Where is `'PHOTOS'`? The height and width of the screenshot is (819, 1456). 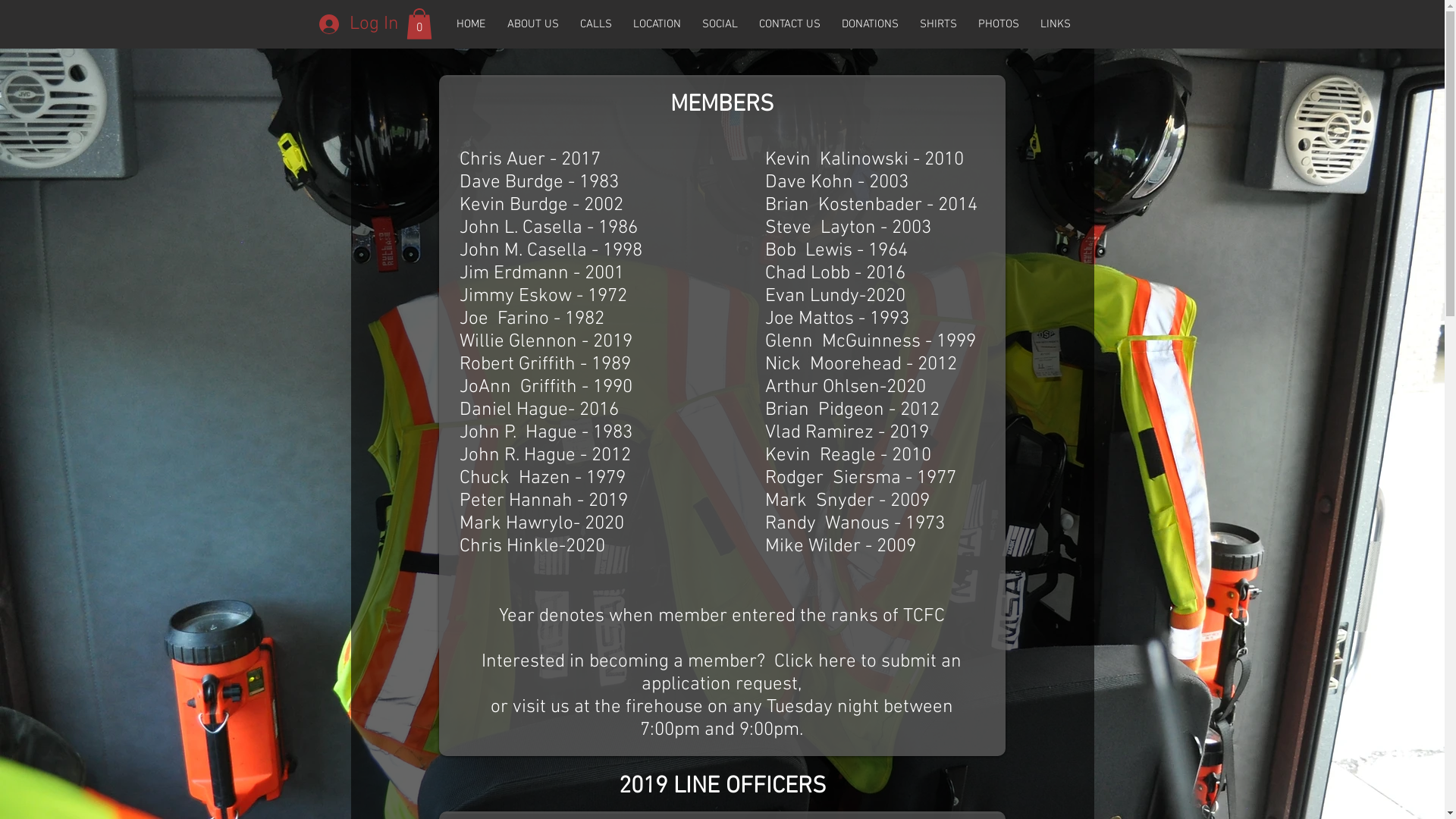 'PHOTOS' is located at coordinates (998, 24).